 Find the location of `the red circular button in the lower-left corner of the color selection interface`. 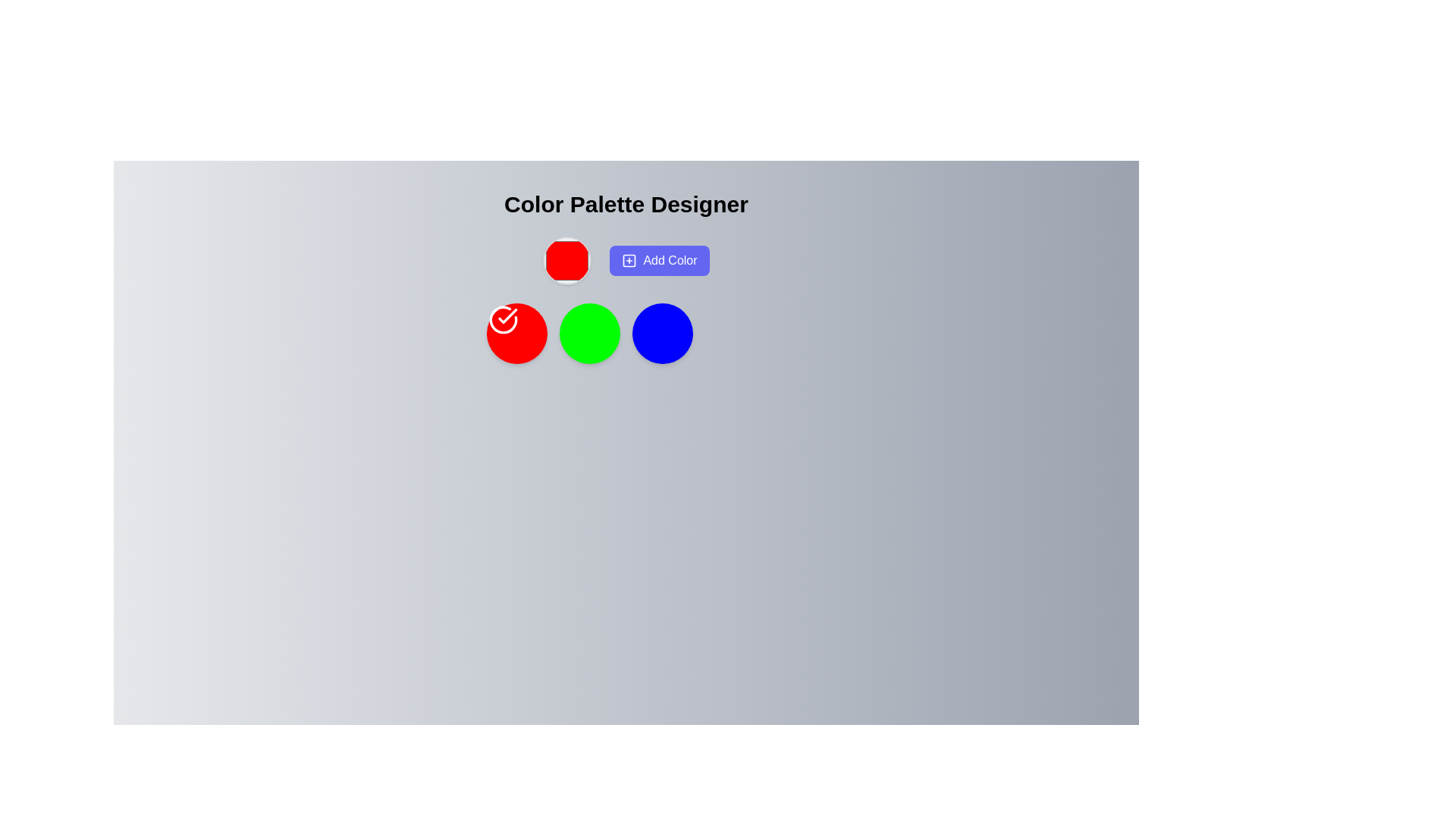

the red circular button in the lower-left corner of the color selection interface is located at coordinates (503, 318).